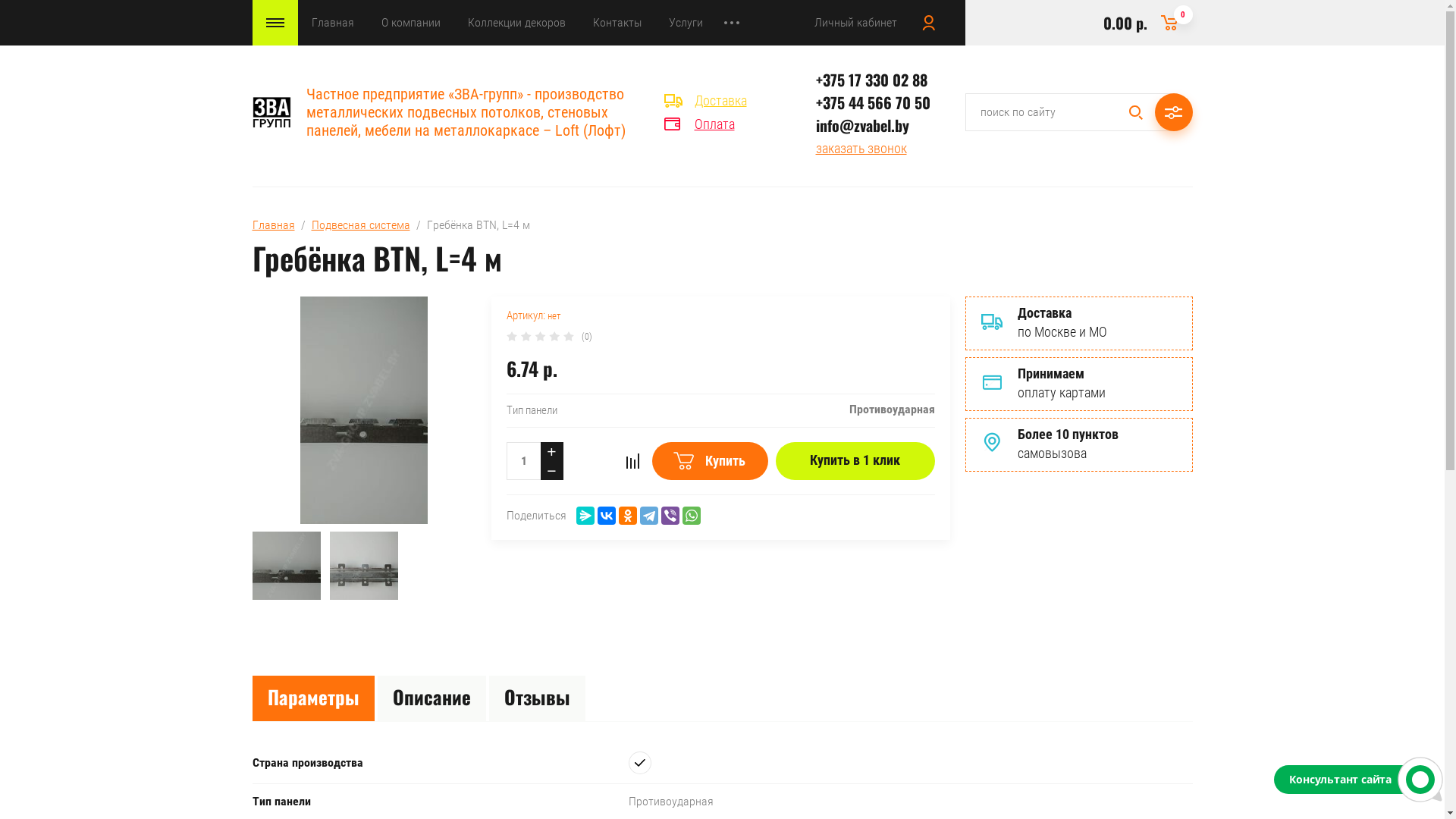 The height and width of the screenshot is (819, 1456). Describe the element at coordinates (814, 79) in the screenshot. I see `'+375 17 330 02 88'` at that location.